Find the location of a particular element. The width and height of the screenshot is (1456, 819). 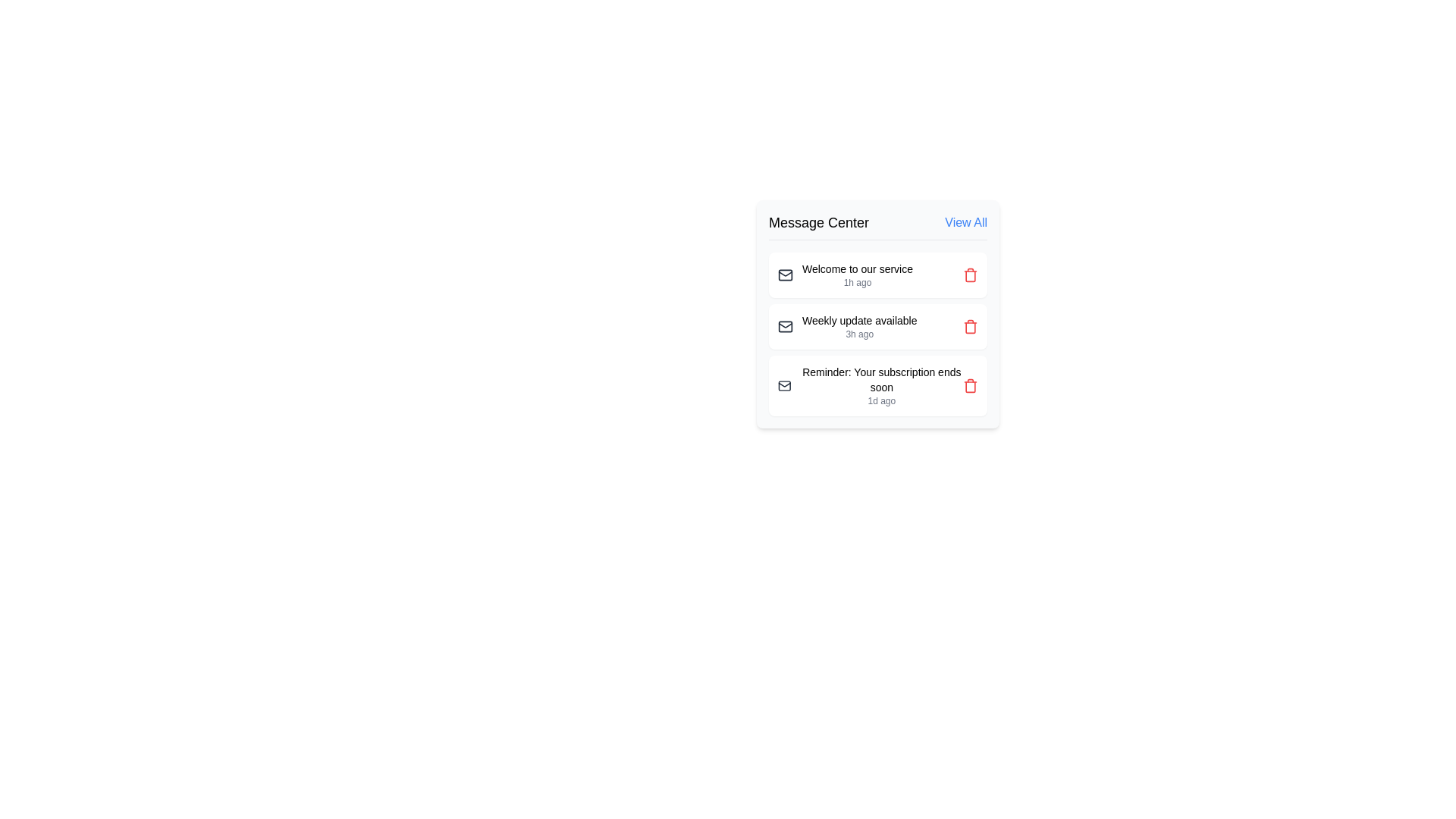

displayed message 'Reminder: Your subscription ends soon' from the first text component in the message list interface, which is prominently positioned above the timestamp is located at coordinates (881, 379).